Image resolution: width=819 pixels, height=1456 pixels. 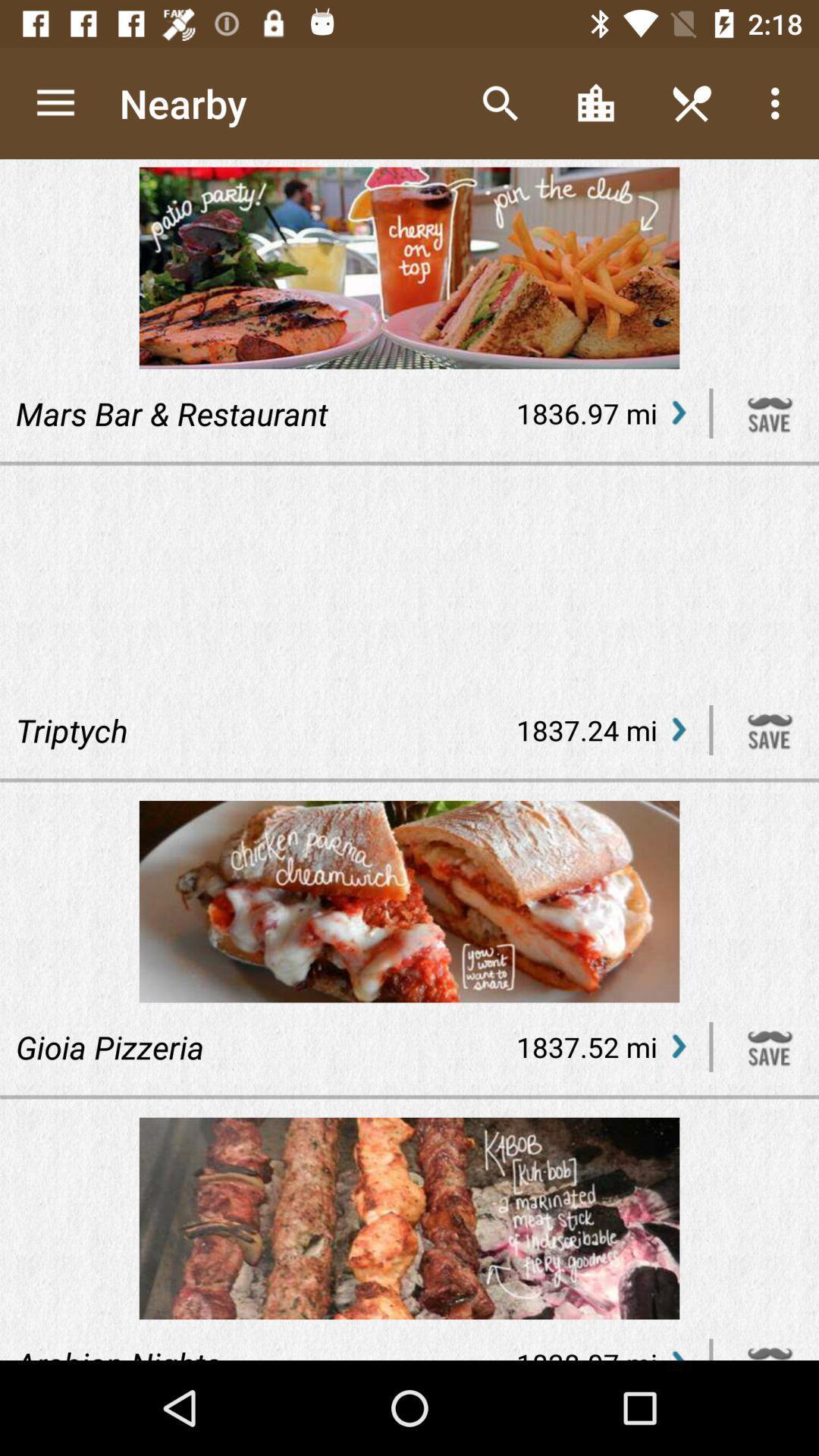 What do you see at coordinates (770, 730) in the screenshot?
I see `saves the recipe` at bounding box center [770, 730].